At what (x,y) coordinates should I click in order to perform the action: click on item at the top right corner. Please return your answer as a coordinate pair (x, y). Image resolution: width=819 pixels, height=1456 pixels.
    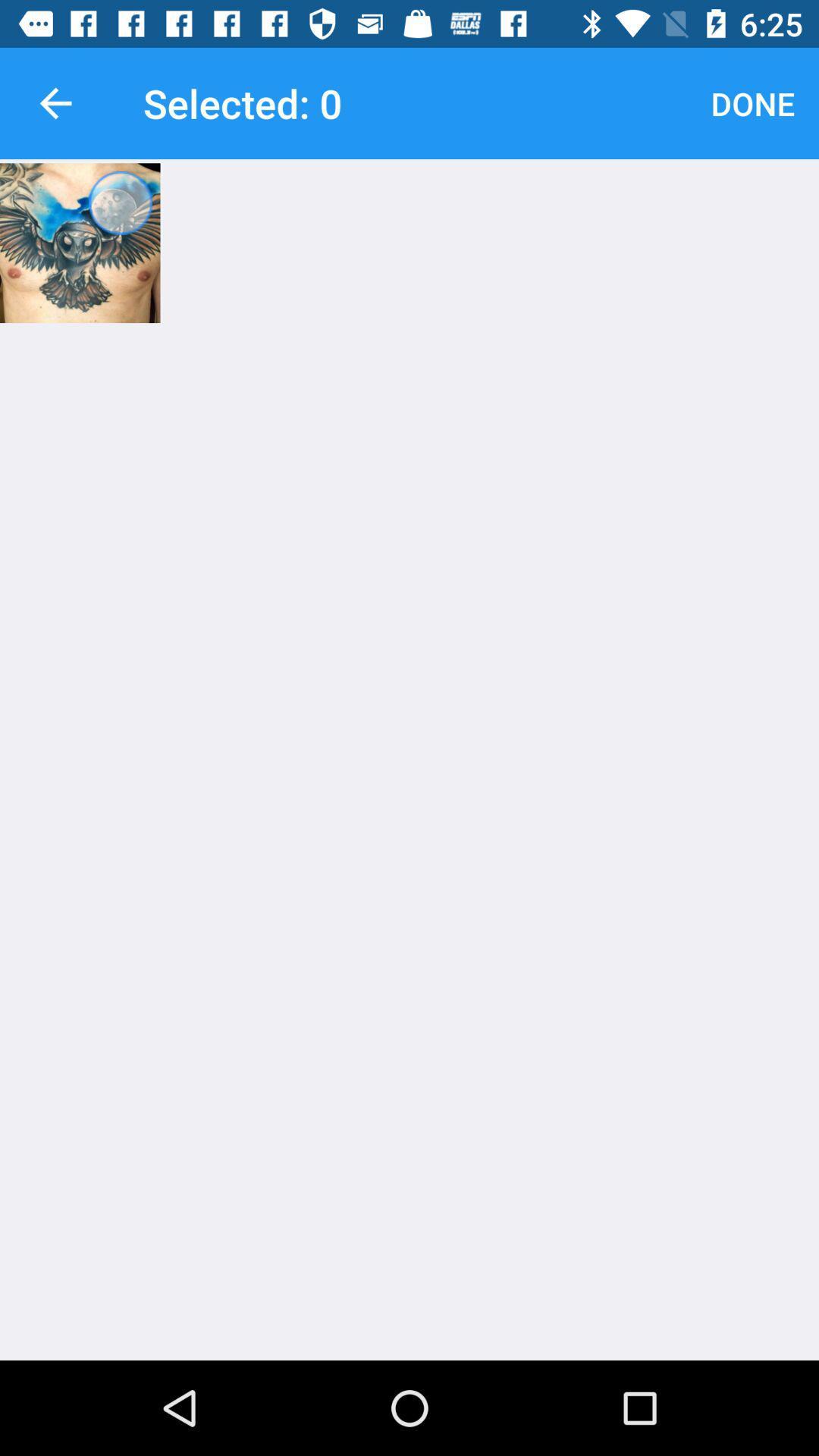
    Looking at the image, I should click on (752, 102).